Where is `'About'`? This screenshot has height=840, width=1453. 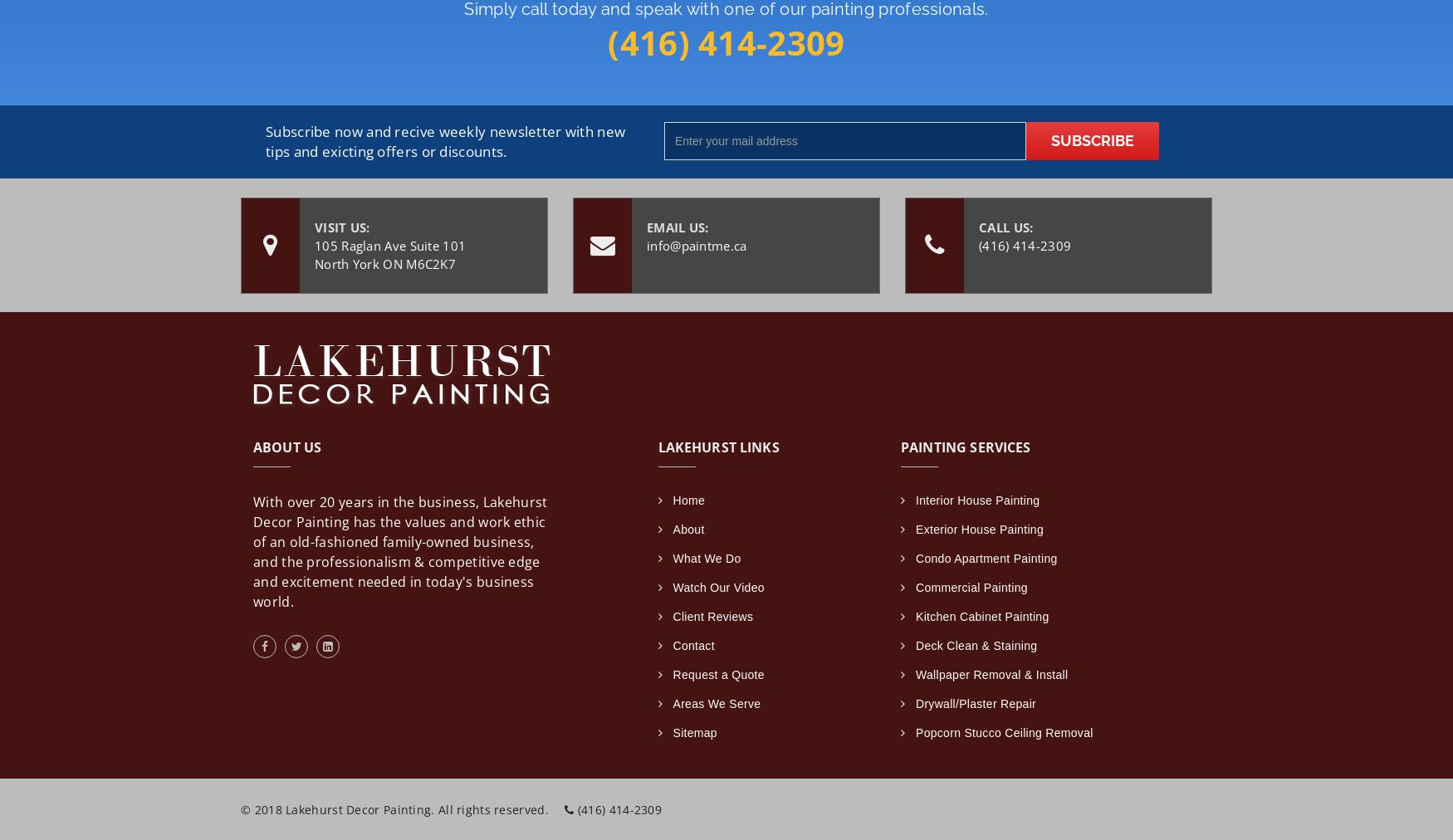
'About' is located at coordinates (687, 528).